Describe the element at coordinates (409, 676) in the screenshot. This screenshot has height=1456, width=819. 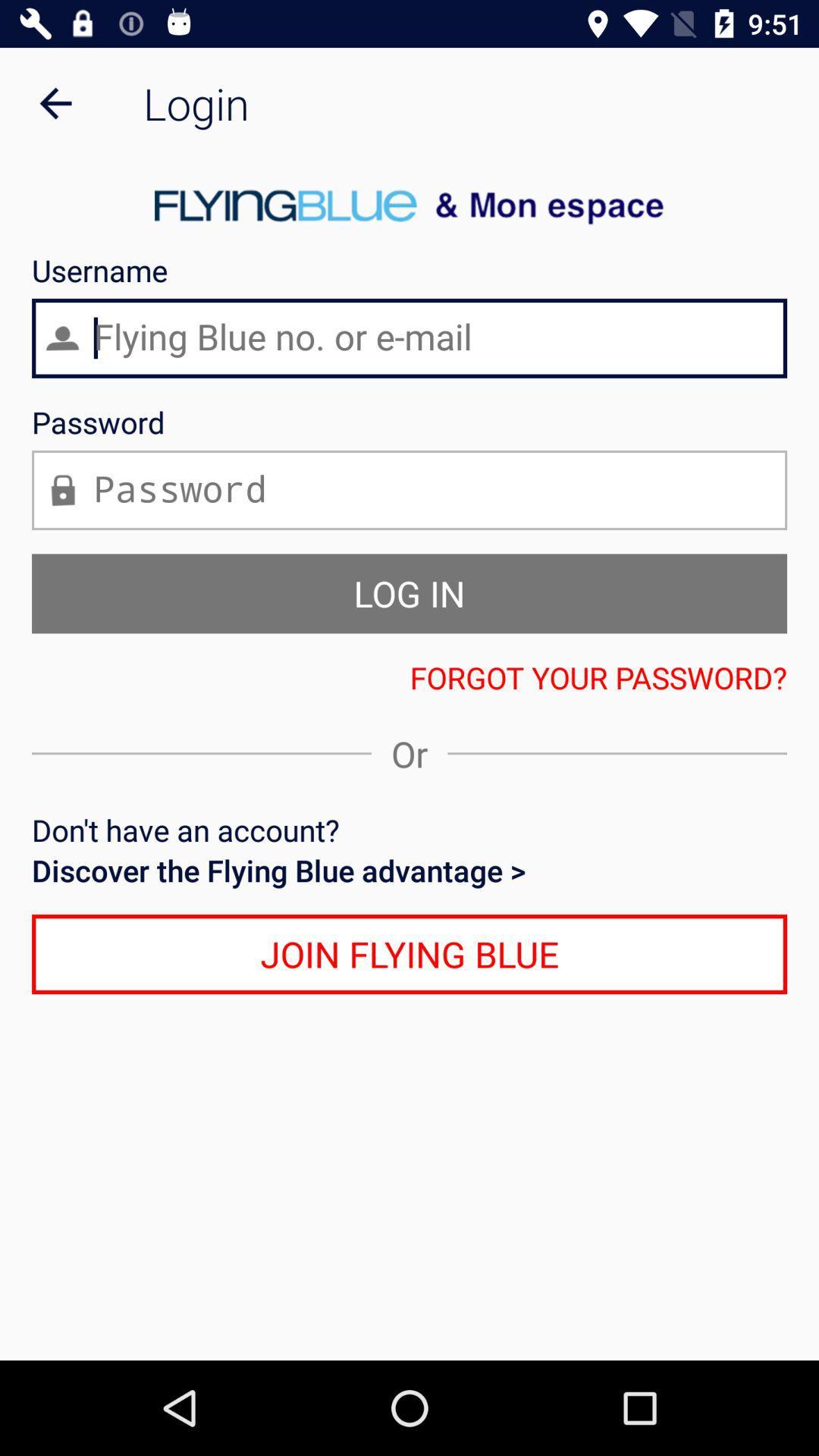
I see `the forgot your password? item` at that location.